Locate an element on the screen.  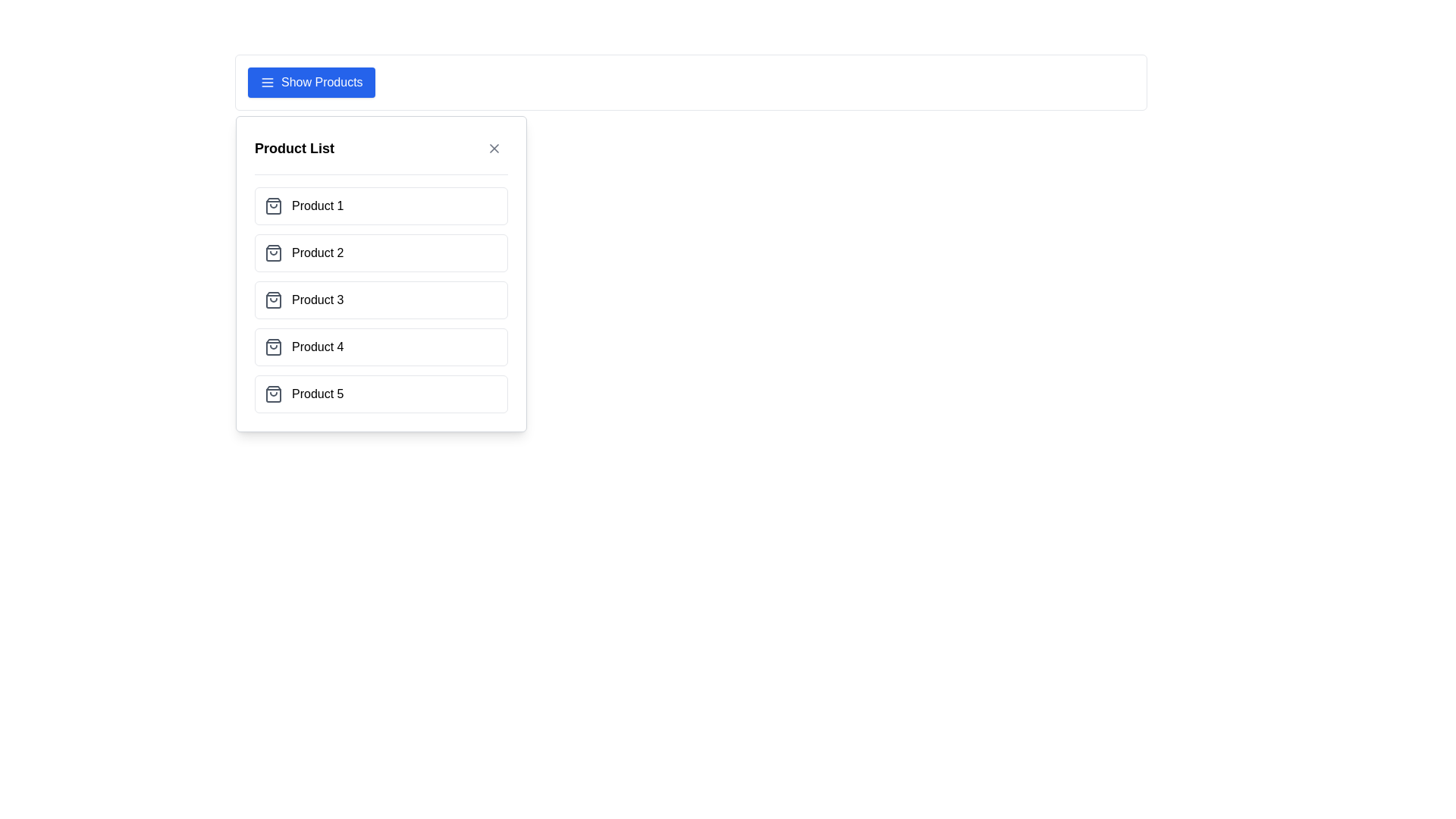
the shopping bag icon representing 'Product 5' in the dropdown list titled 'Product List' is located at coordinates (273, 394).